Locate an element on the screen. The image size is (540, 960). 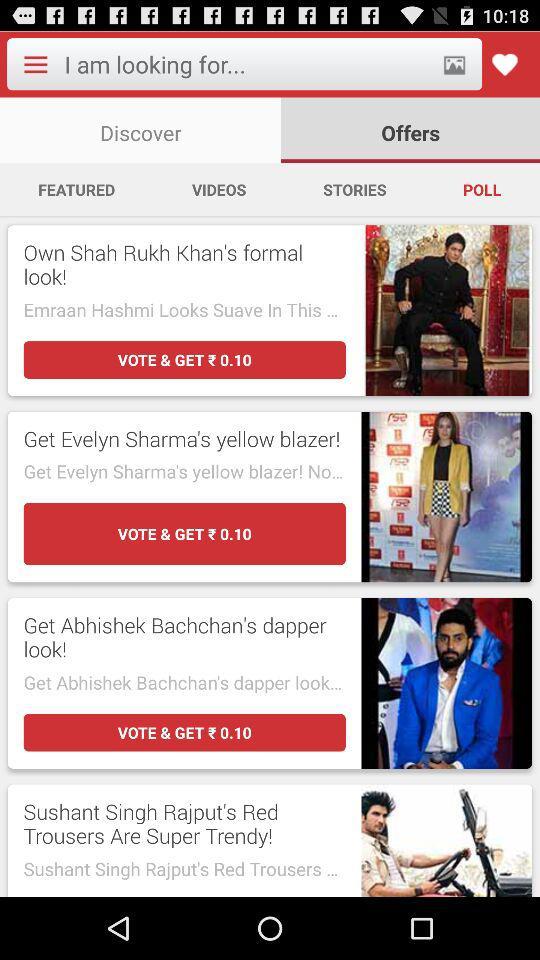
type to search is located at coordinates (247, 64).